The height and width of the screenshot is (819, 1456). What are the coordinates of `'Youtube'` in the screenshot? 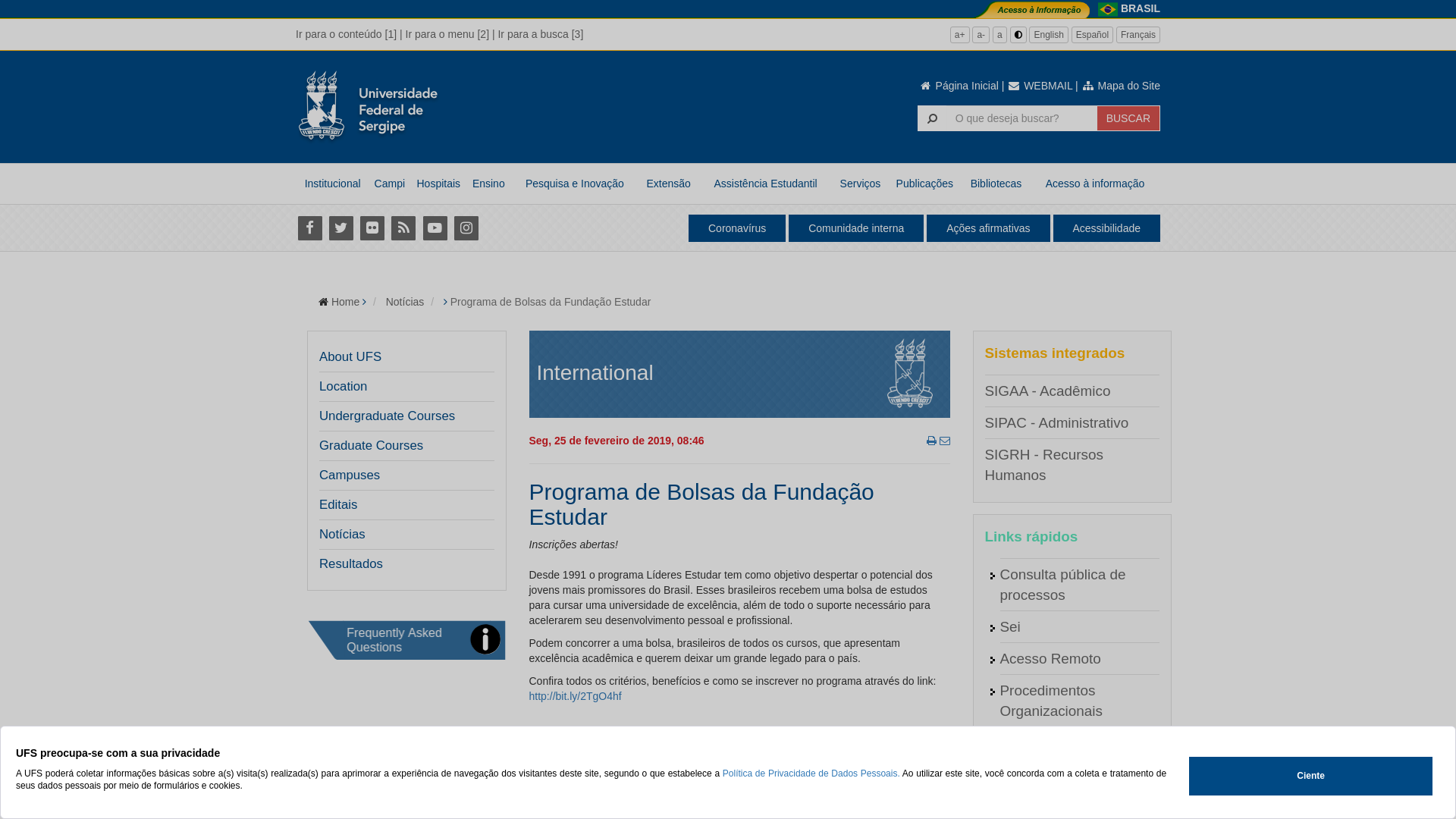 It's located at (421, 227).